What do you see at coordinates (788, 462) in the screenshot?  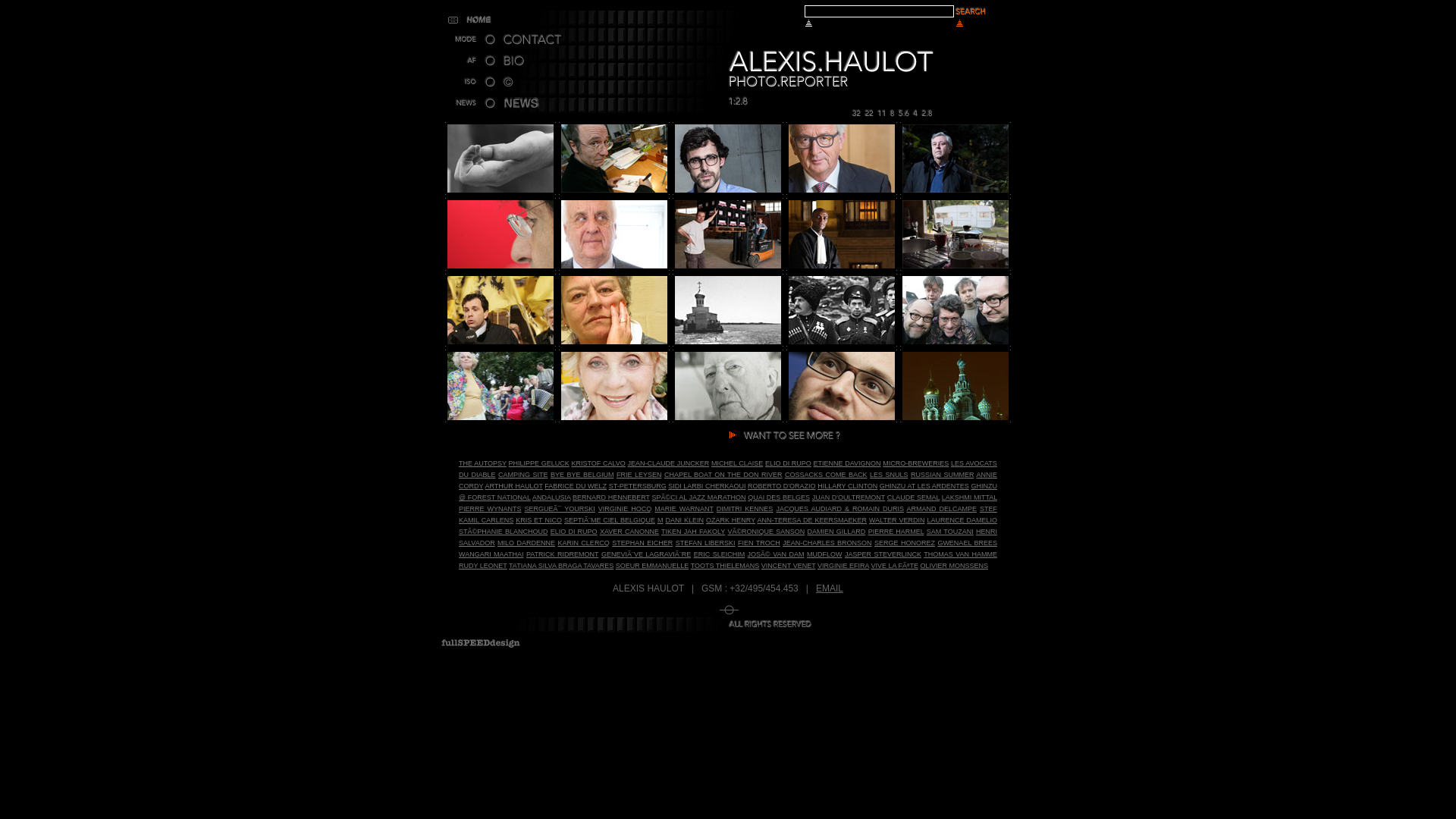 I see `'ELIO DI RUPO'` at bounding box center [788, 462].